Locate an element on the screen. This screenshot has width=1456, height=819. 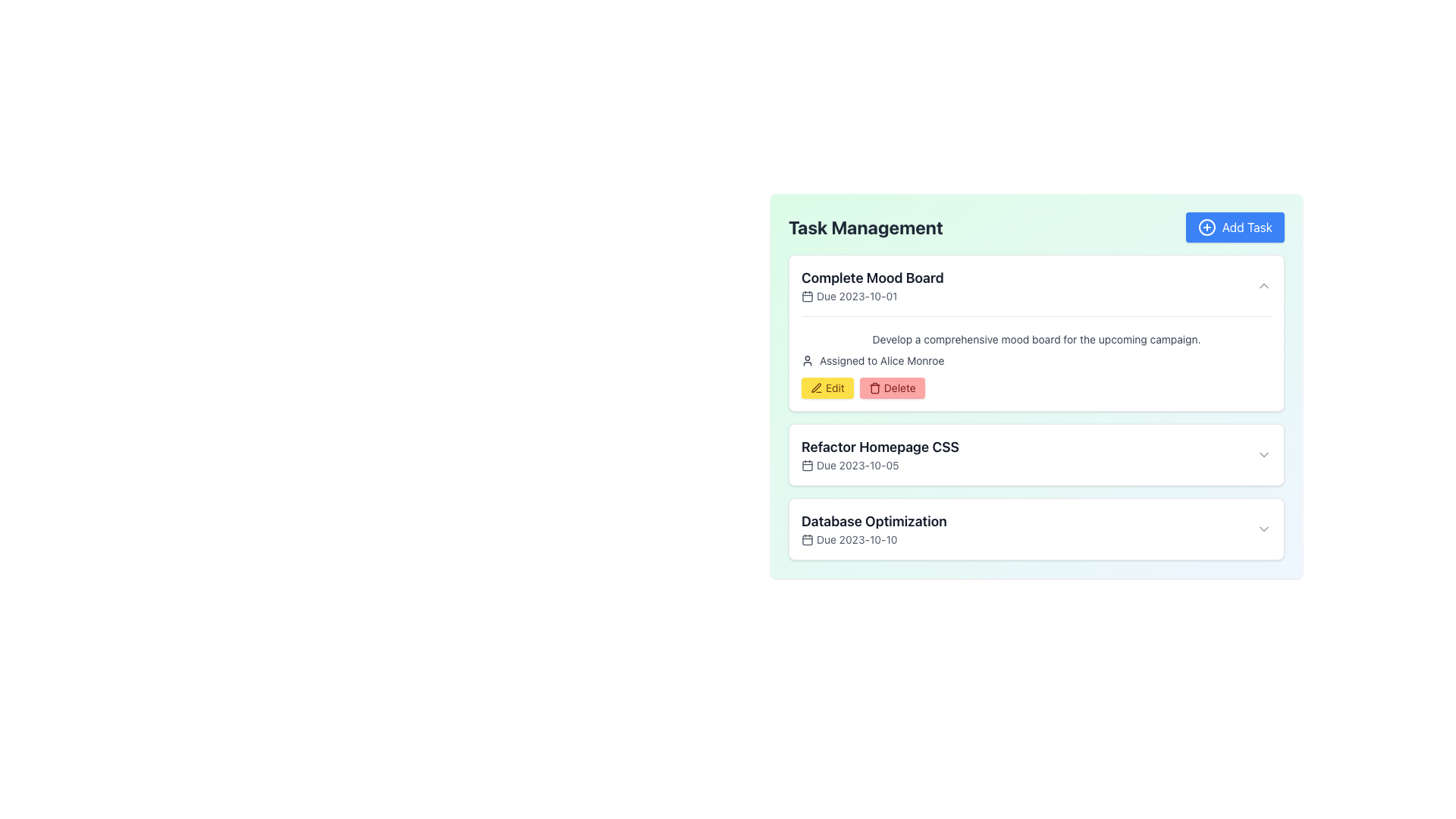
the icon button located in the upper-right corner of the 'Complete Mood Board' task card is located at coordinates (1263, 286).